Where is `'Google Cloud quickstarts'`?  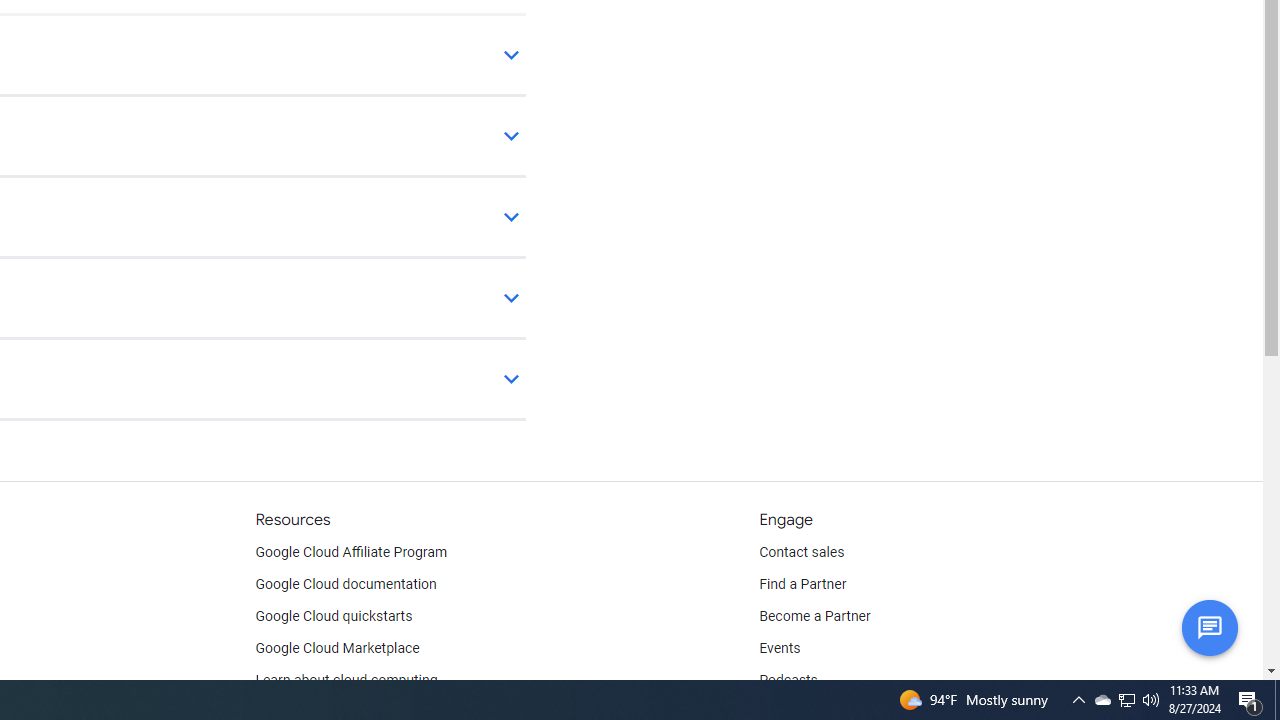
'Google Cloud quickstarts' is located at coordinates (334, 616).